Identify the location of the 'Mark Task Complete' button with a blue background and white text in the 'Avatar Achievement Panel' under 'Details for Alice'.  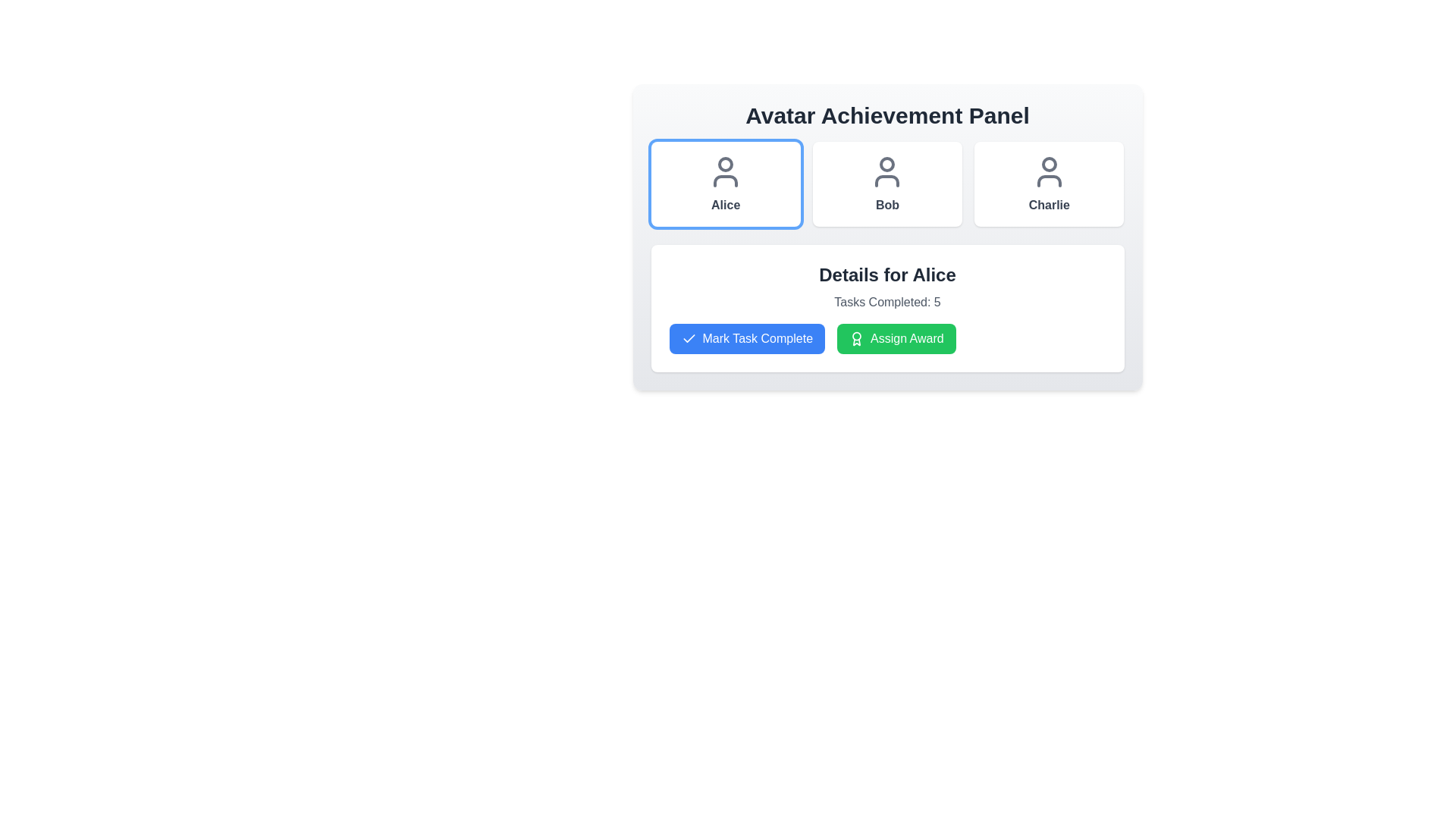
(747, 338).